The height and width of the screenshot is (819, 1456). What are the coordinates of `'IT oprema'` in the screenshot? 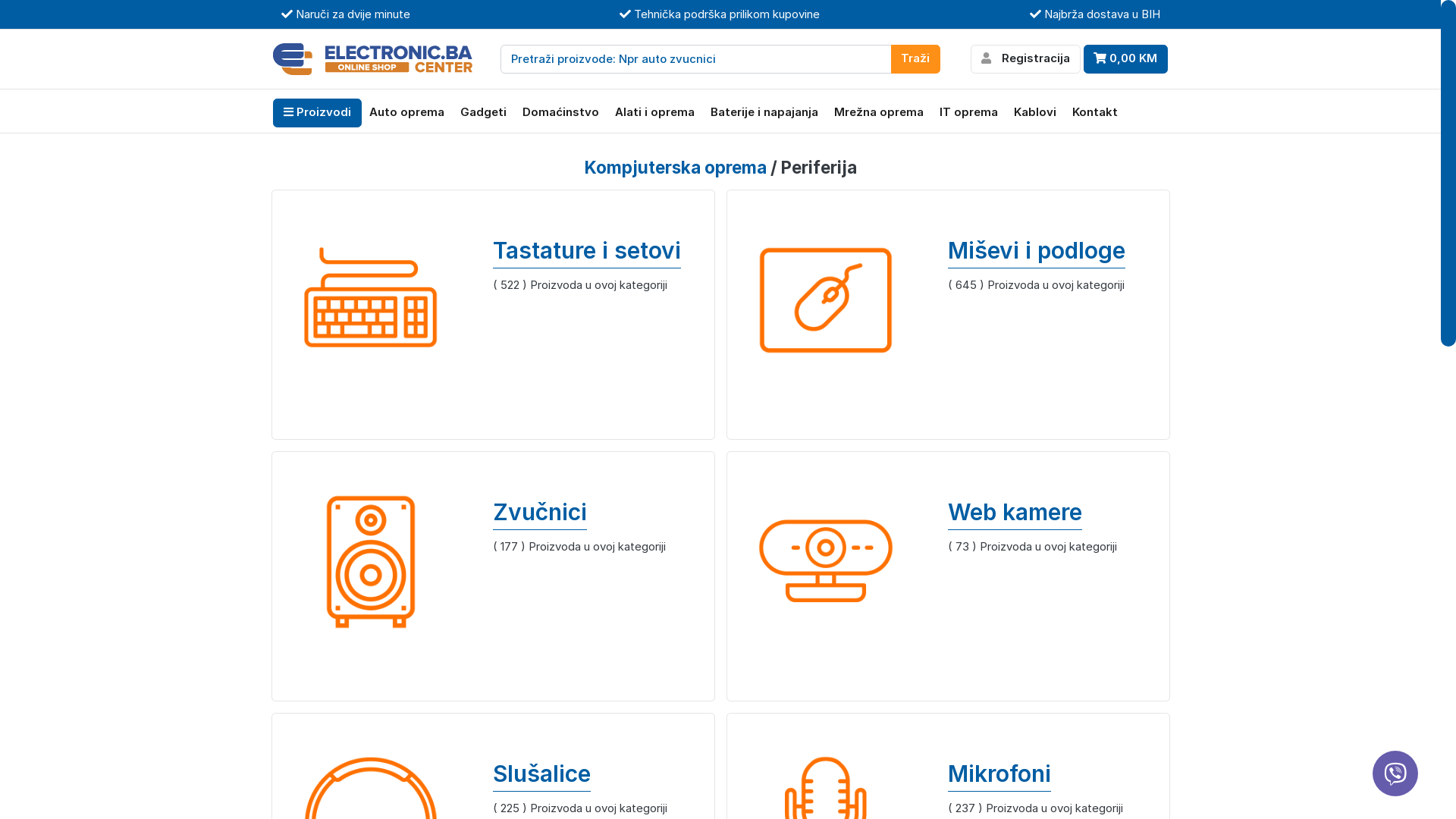 It's located at (967, 112).